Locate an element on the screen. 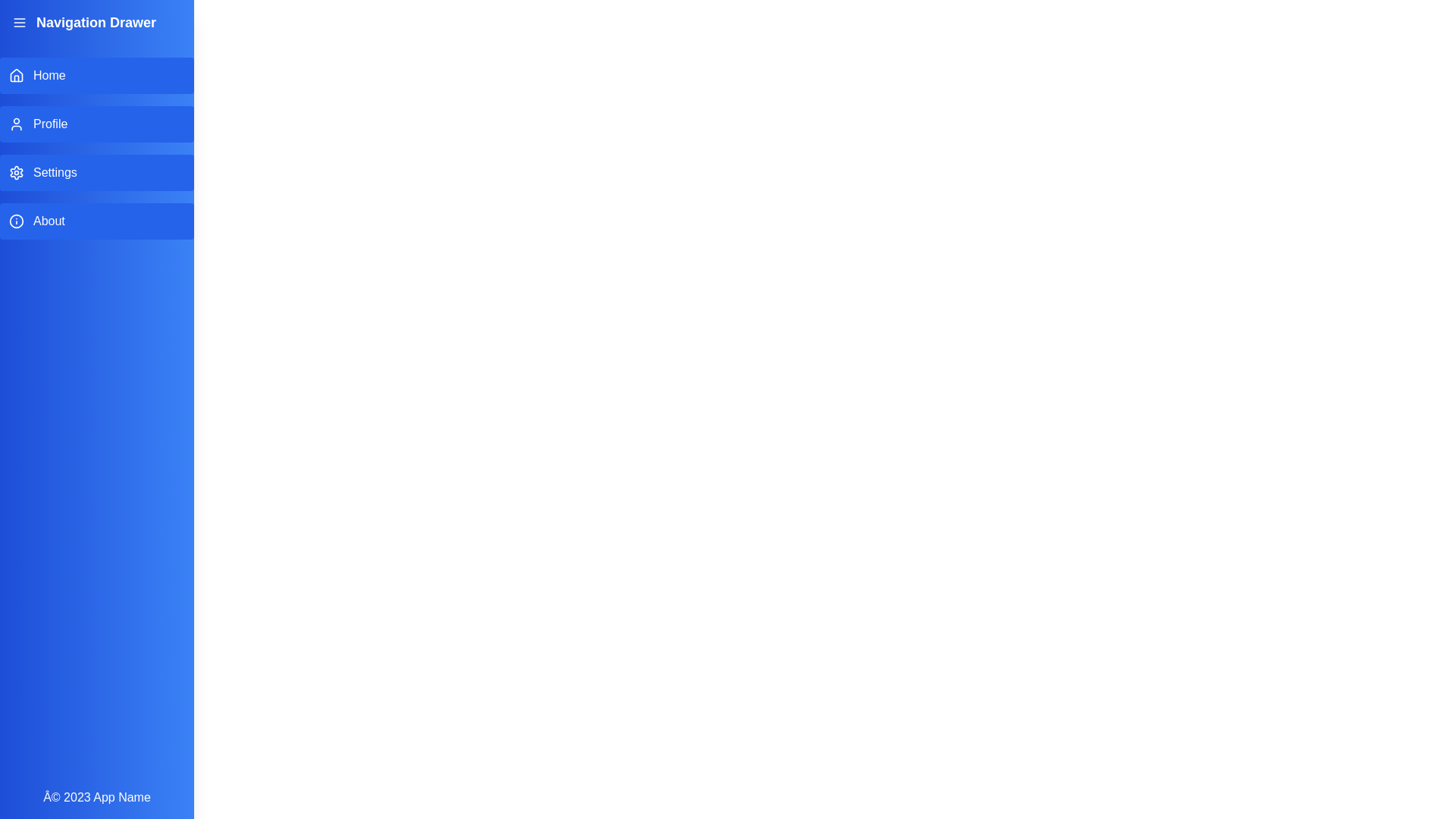 The image size is (1456, 819). the house-shaped icon located on the left side of the interface within the 'Navigation Drawer' is located at coordinates (17, 76).